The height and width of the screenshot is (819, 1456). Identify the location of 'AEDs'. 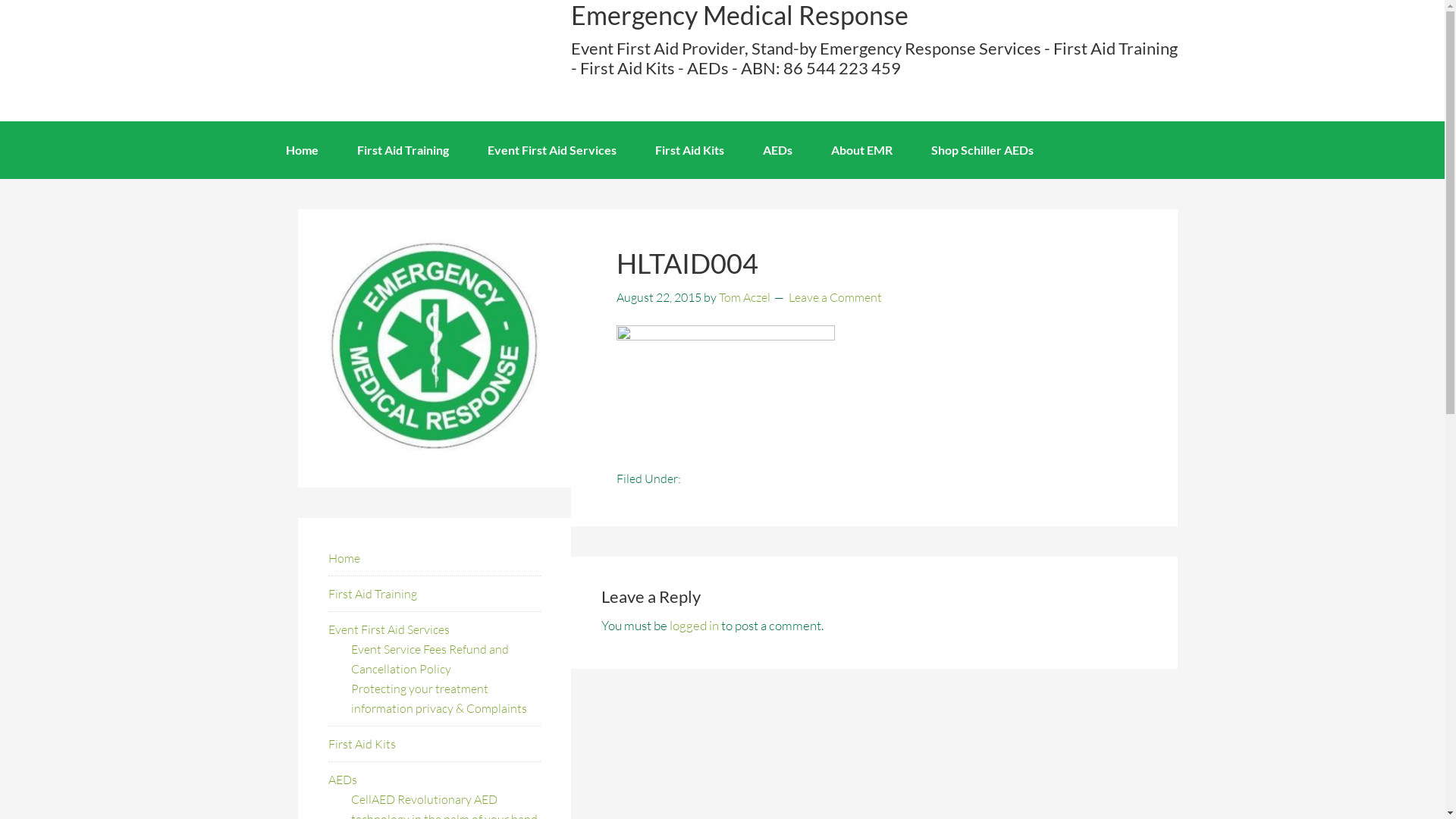
(341, 780).